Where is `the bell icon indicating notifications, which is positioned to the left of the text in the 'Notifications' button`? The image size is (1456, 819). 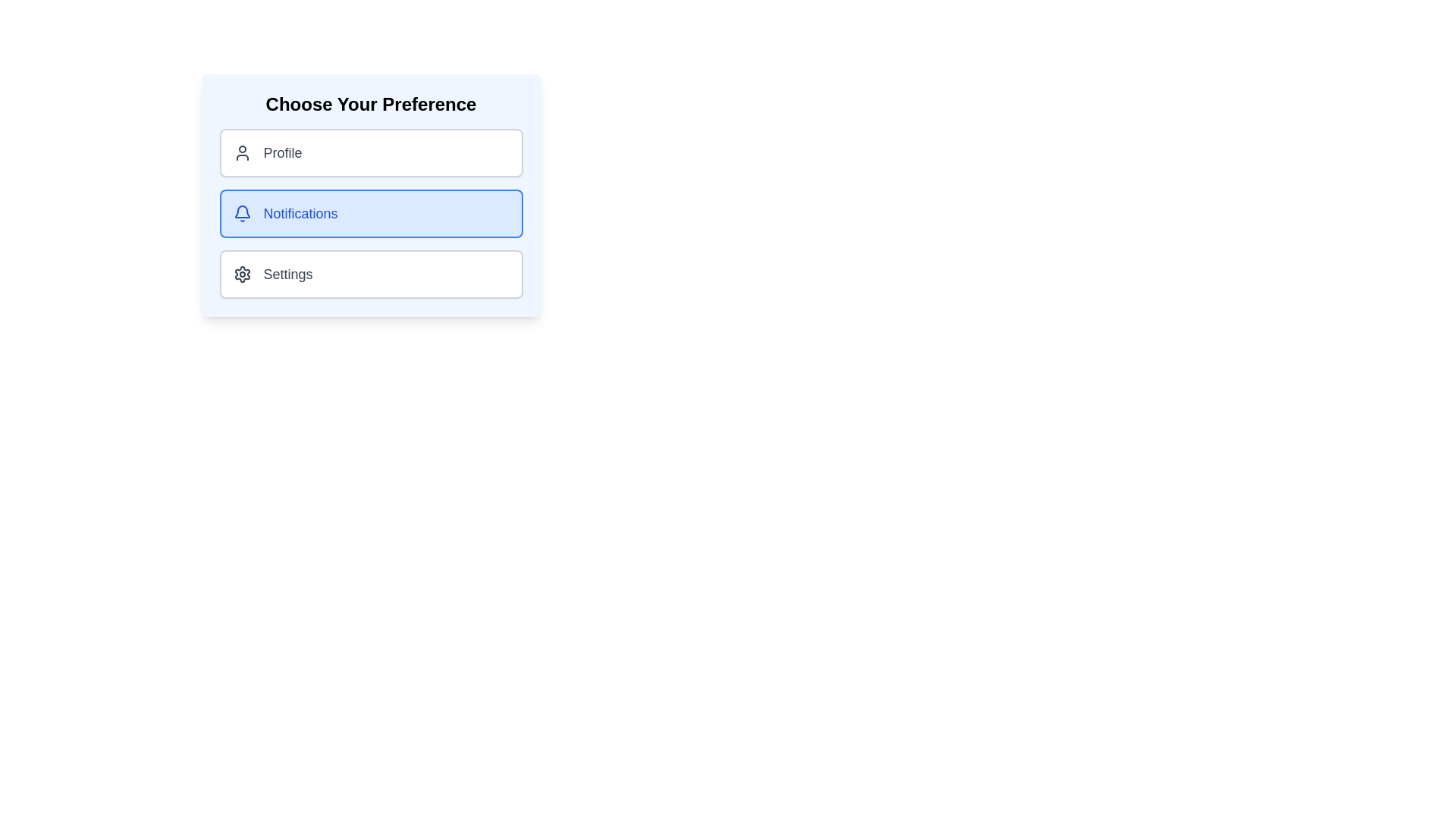 the bell icon indicating notifications, which is positioned to the left of the text in the 'Notifications' button is located at coordinates (241, 213).